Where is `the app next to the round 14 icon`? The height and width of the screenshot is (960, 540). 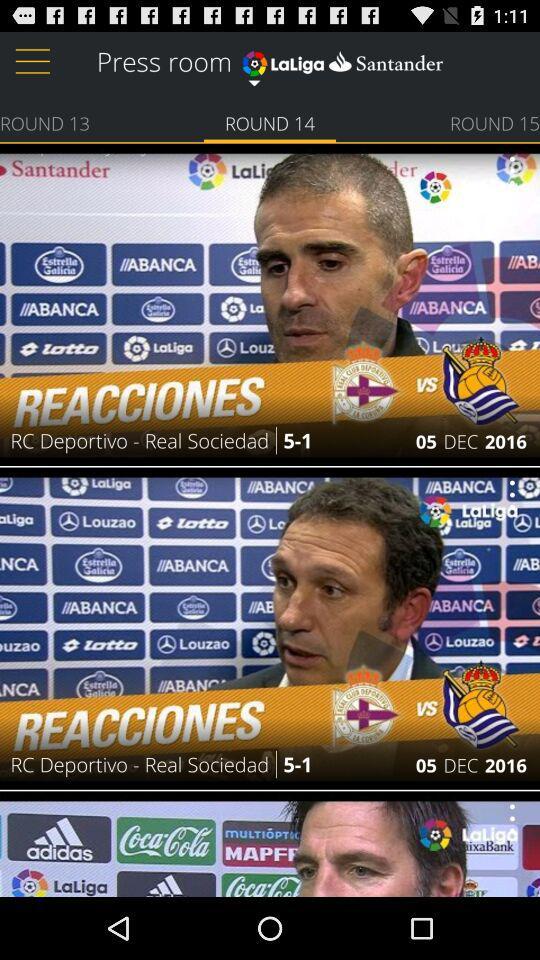
the app next to the round 14 icon is located at coordinates (44, 121).